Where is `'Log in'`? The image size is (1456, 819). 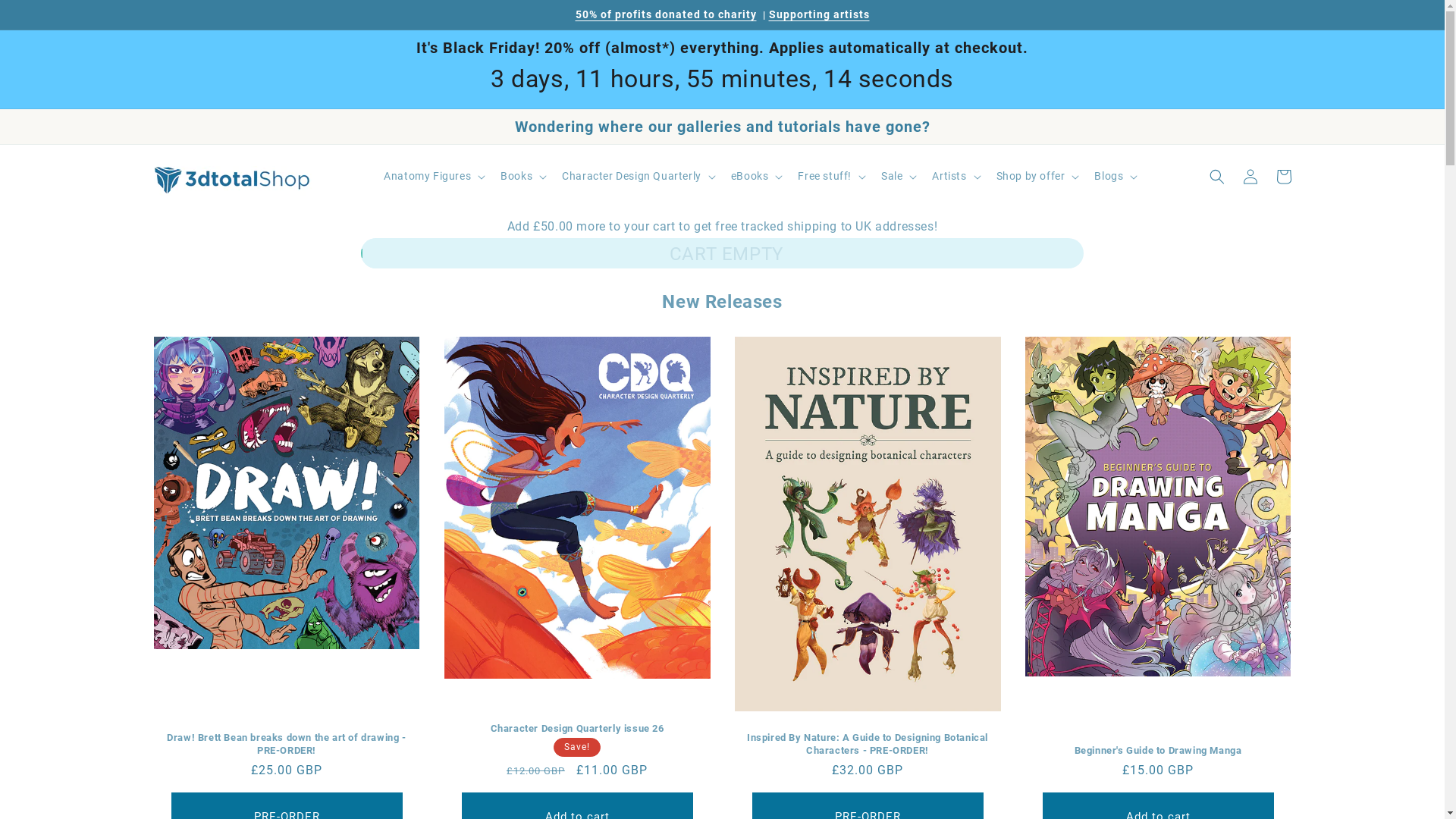 'Log in' is located at coordinates (1249, 175).